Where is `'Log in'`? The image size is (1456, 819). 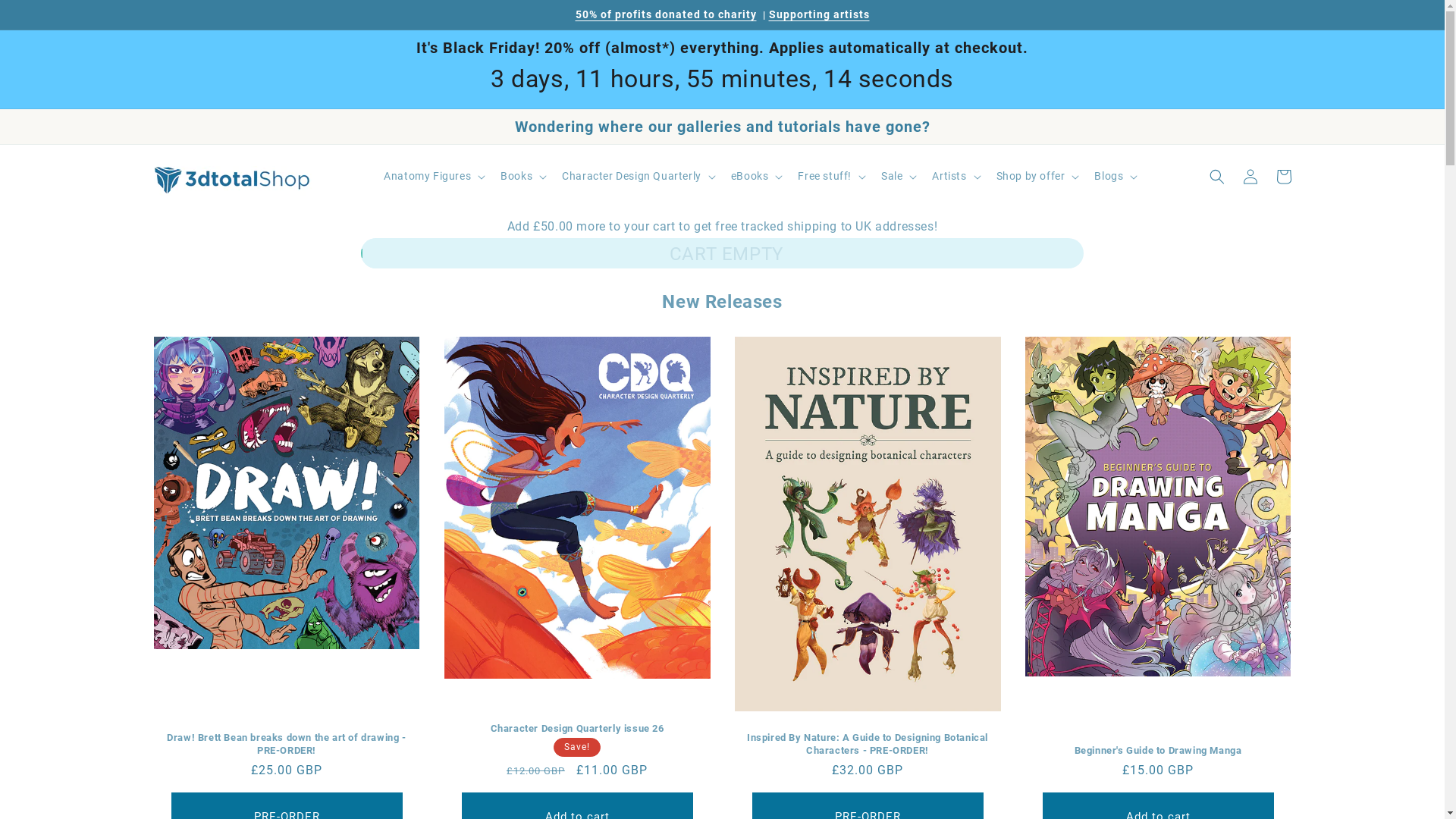 'Log in' is located at coordinates (1249, 175).